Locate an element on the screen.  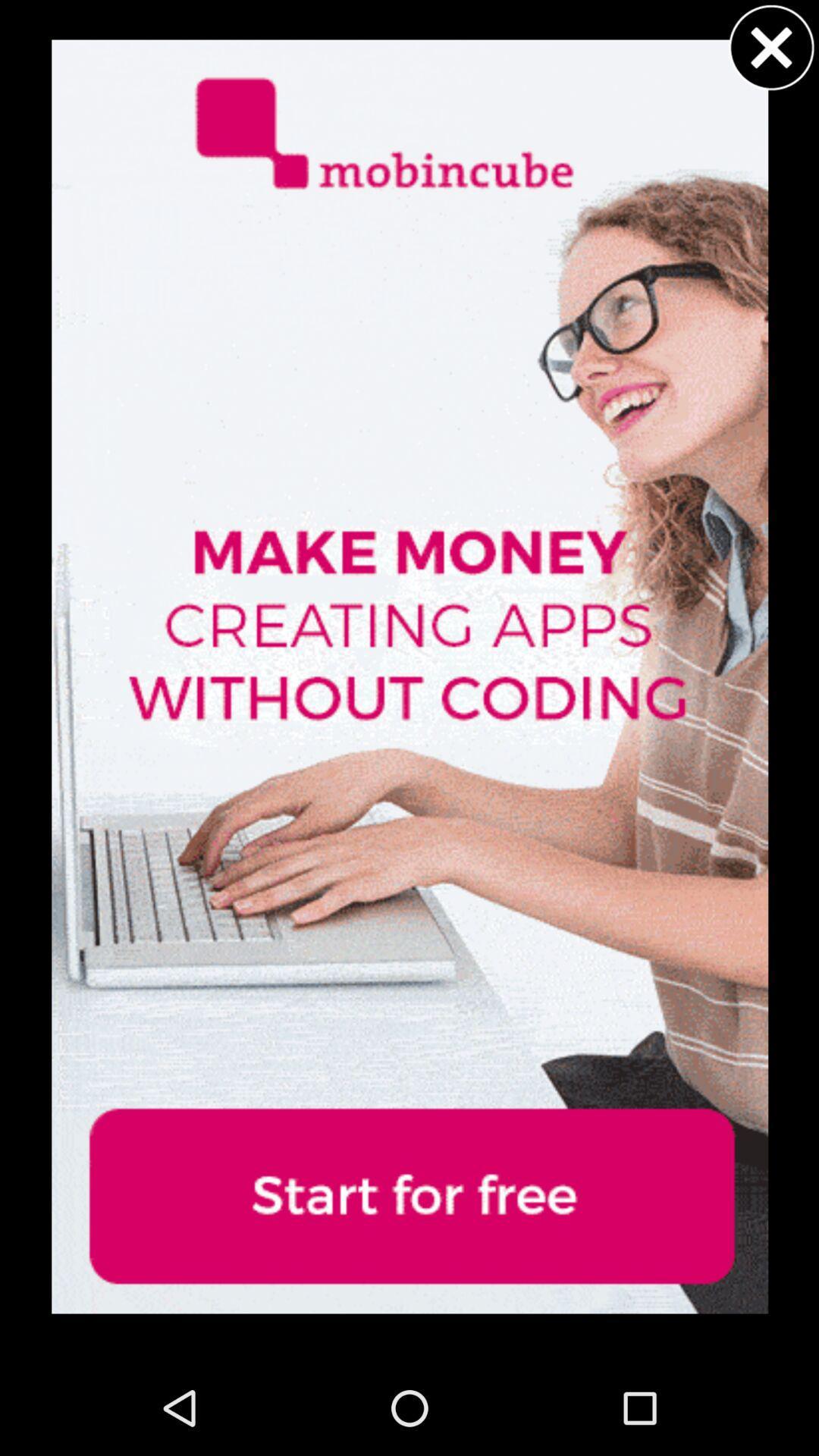
cancel option is located at coordinates (771, 47).